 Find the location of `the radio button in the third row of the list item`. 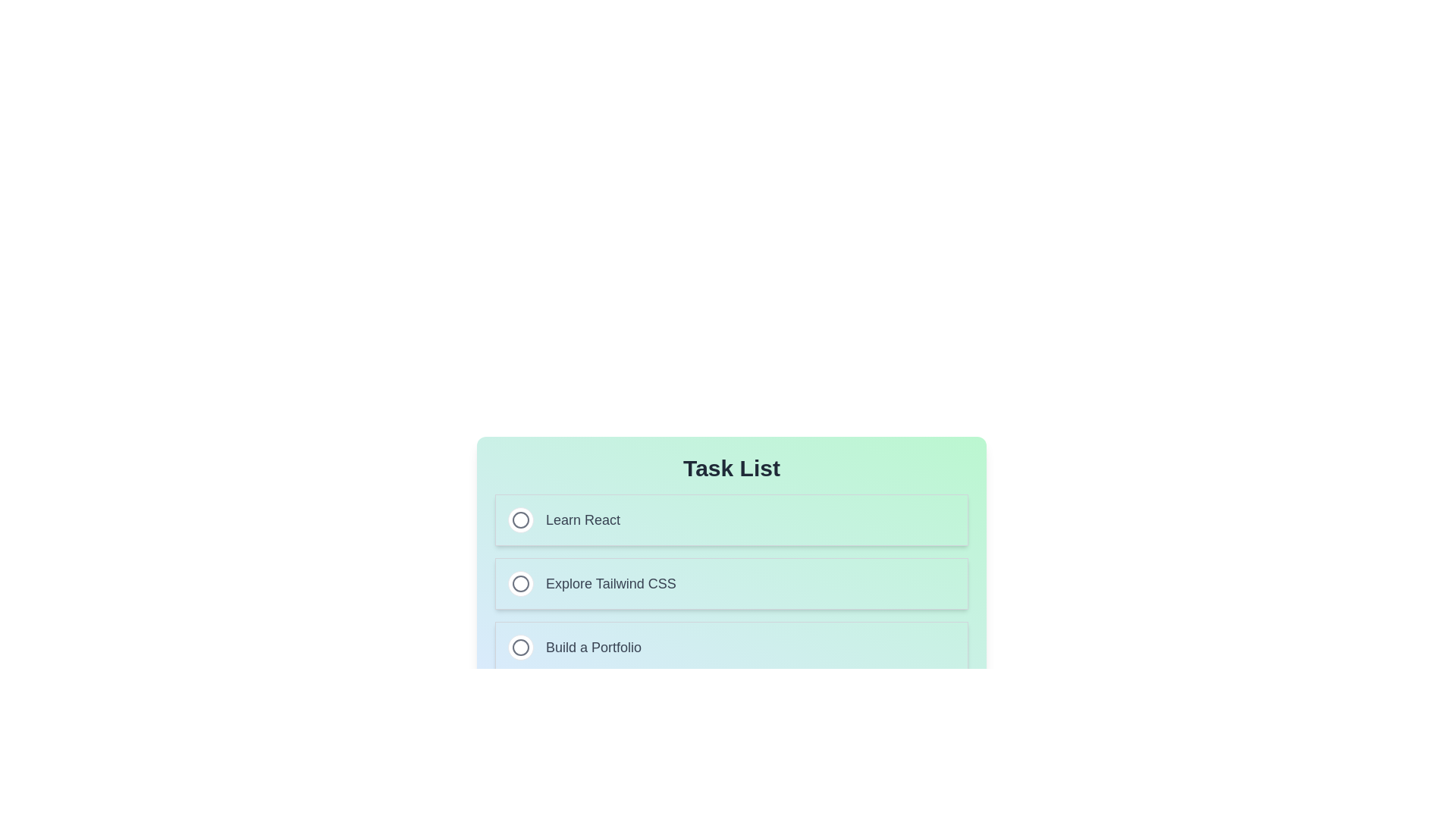

the radio button in the third row of the list item is located at coordinates (731, 647).